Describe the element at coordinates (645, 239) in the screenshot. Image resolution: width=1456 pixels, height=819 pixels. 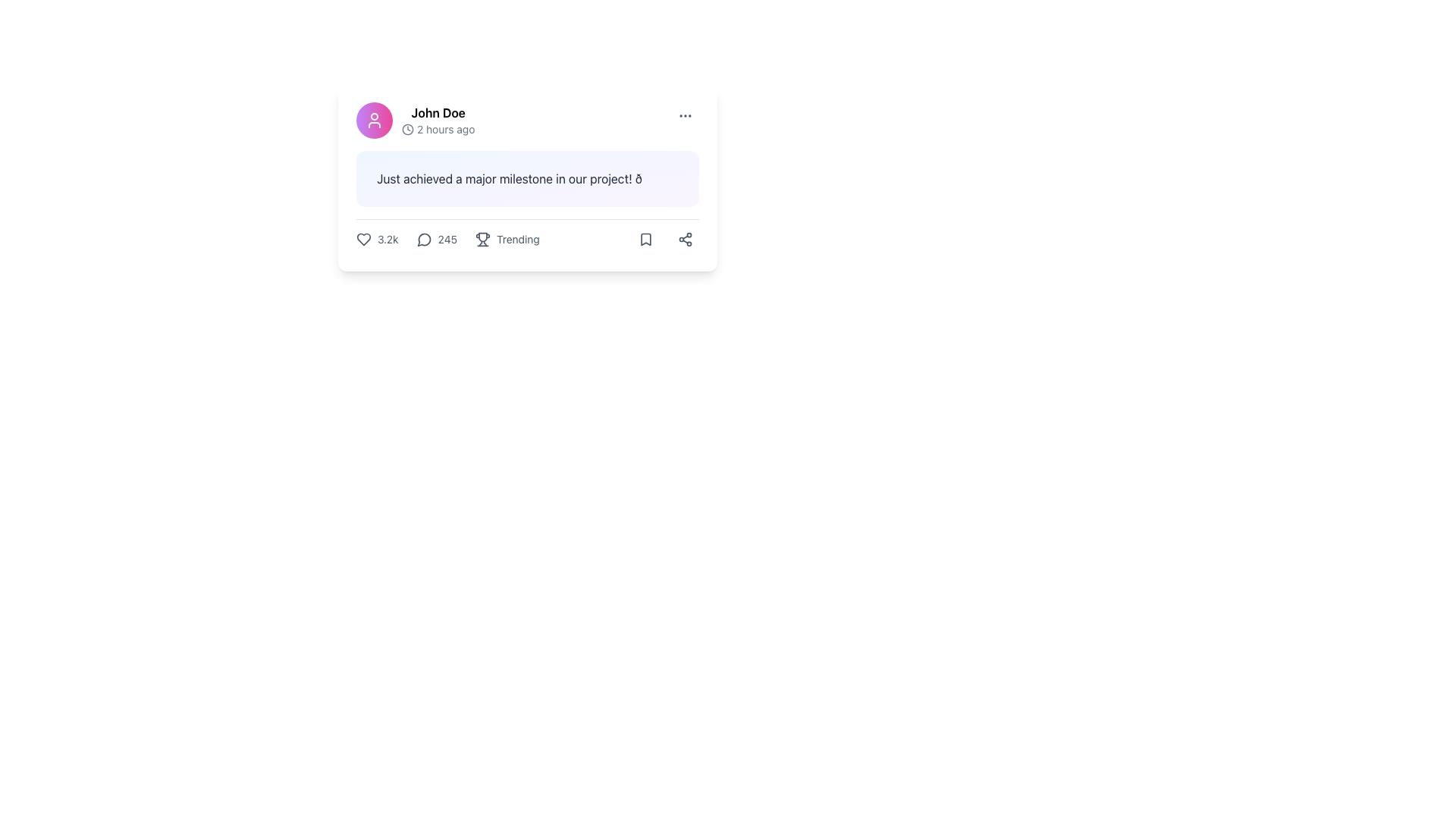
I see `the bookmark icon located in the lower-right side of the post interface` at that location.